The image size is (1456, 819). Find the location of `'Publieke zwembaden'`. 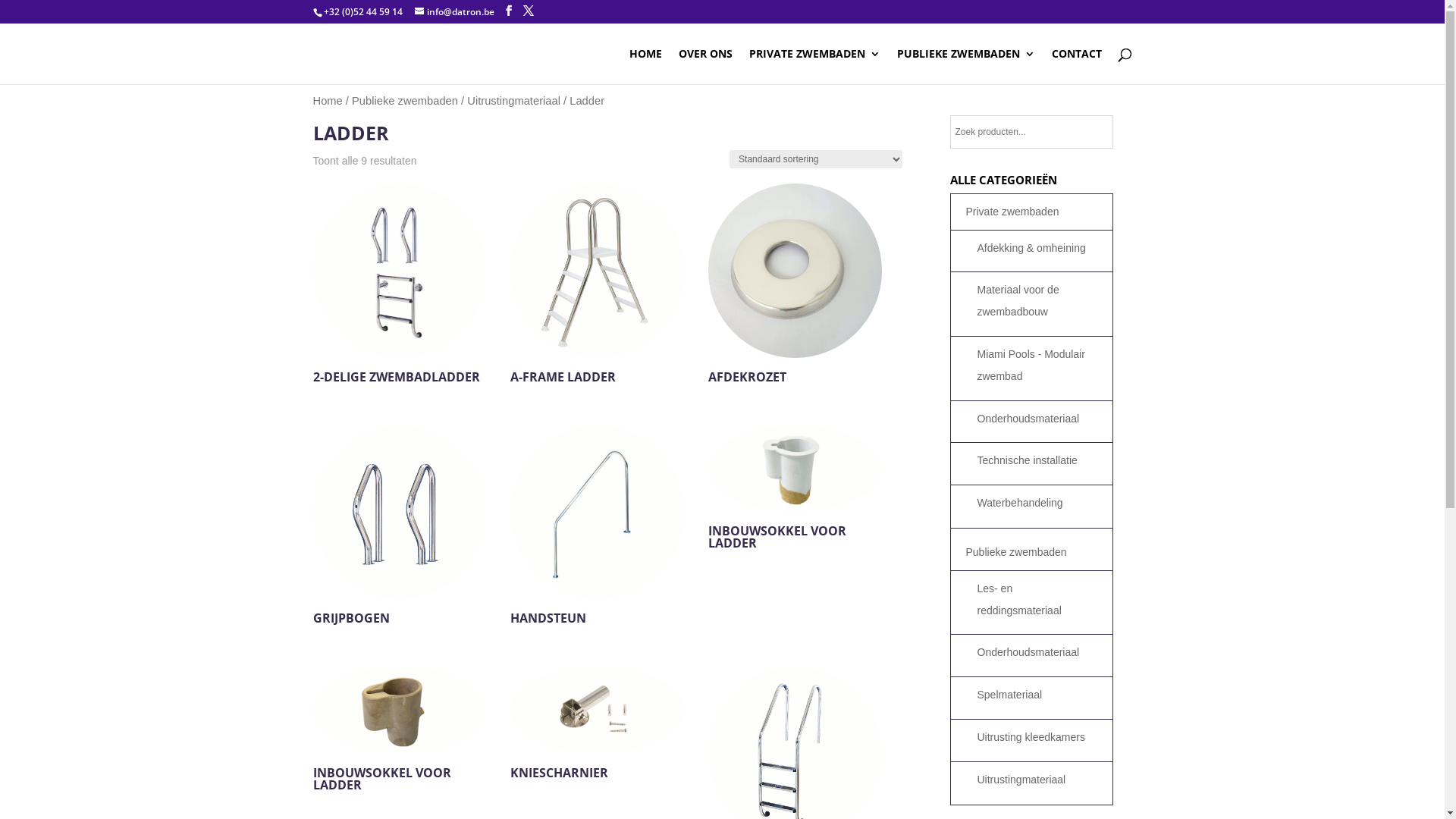

'Publieke zwembaden' is located at coordinates (351, 100).